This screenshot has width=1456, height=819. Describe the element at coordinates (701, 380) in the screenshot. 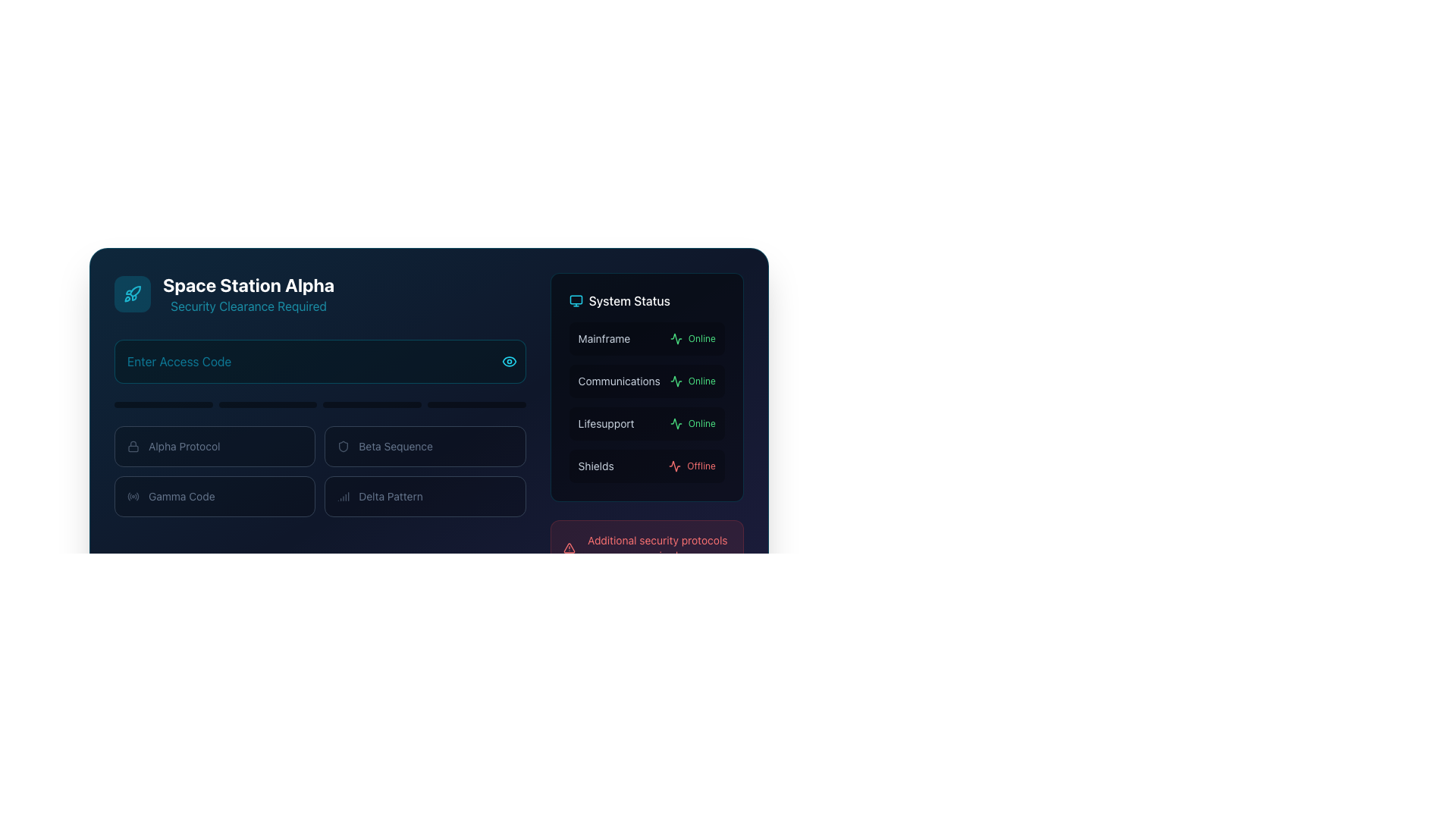

I see `status text from the 'Communications' system status indicator located in the 'System Status' panel, which is positioned to the right of the heartbeat-like activity icon` at that location.